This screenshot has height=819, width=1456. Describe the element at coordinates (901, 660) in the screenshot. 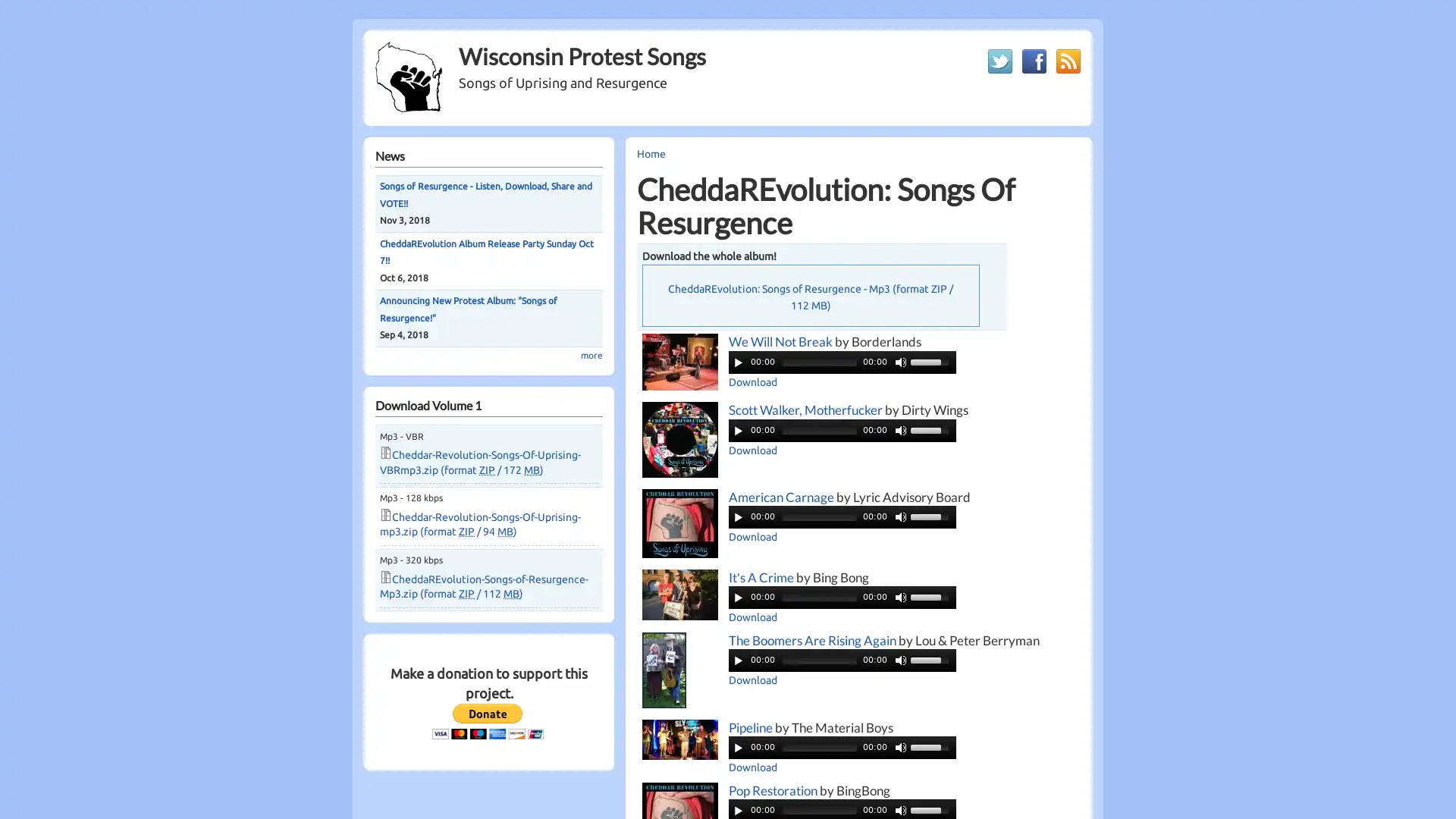

I see `Mute Toggle` at that location.